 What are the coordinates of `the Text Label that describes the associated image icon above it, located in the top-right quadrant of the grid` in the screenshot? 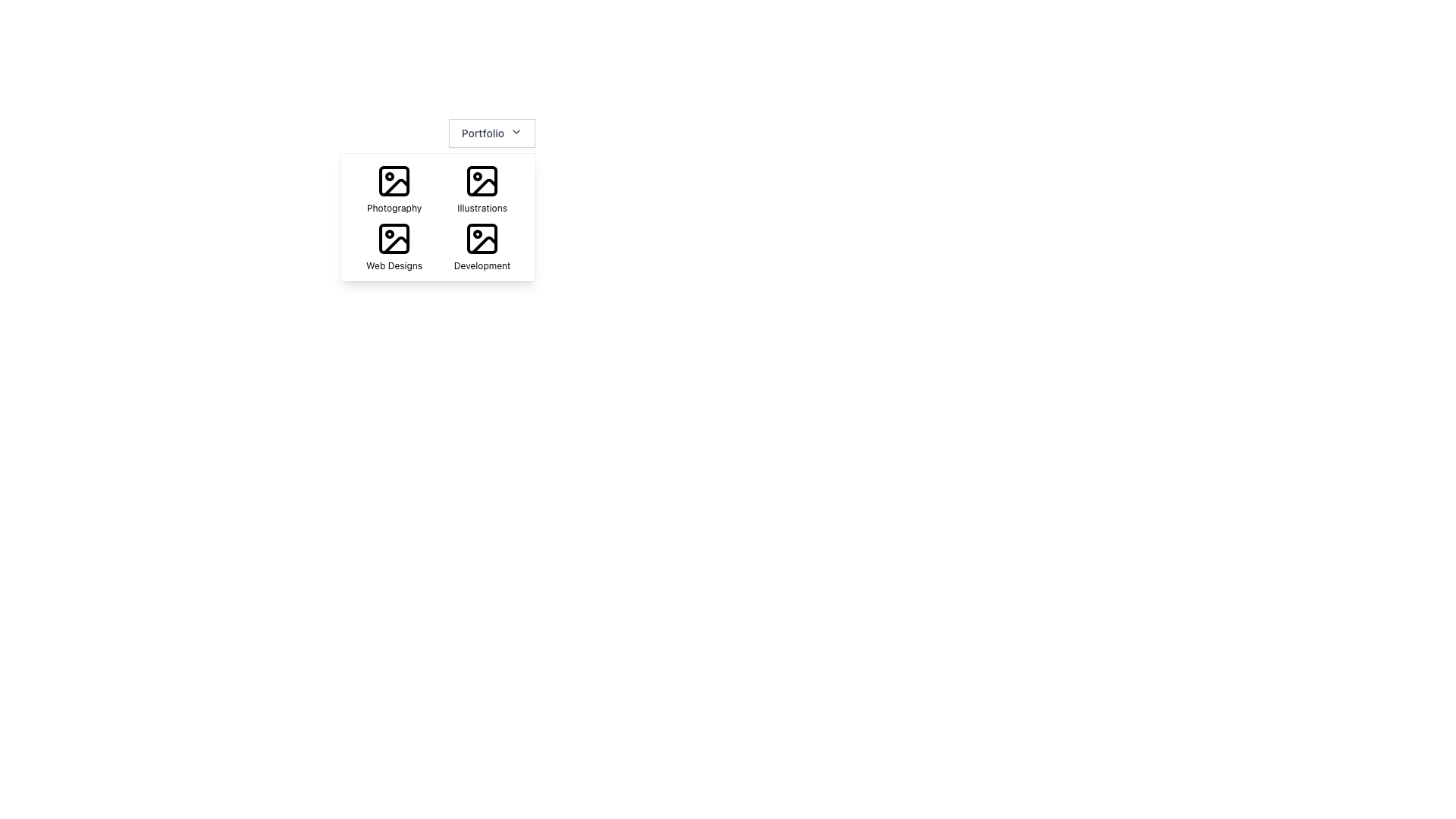 It's located at (482, 208).